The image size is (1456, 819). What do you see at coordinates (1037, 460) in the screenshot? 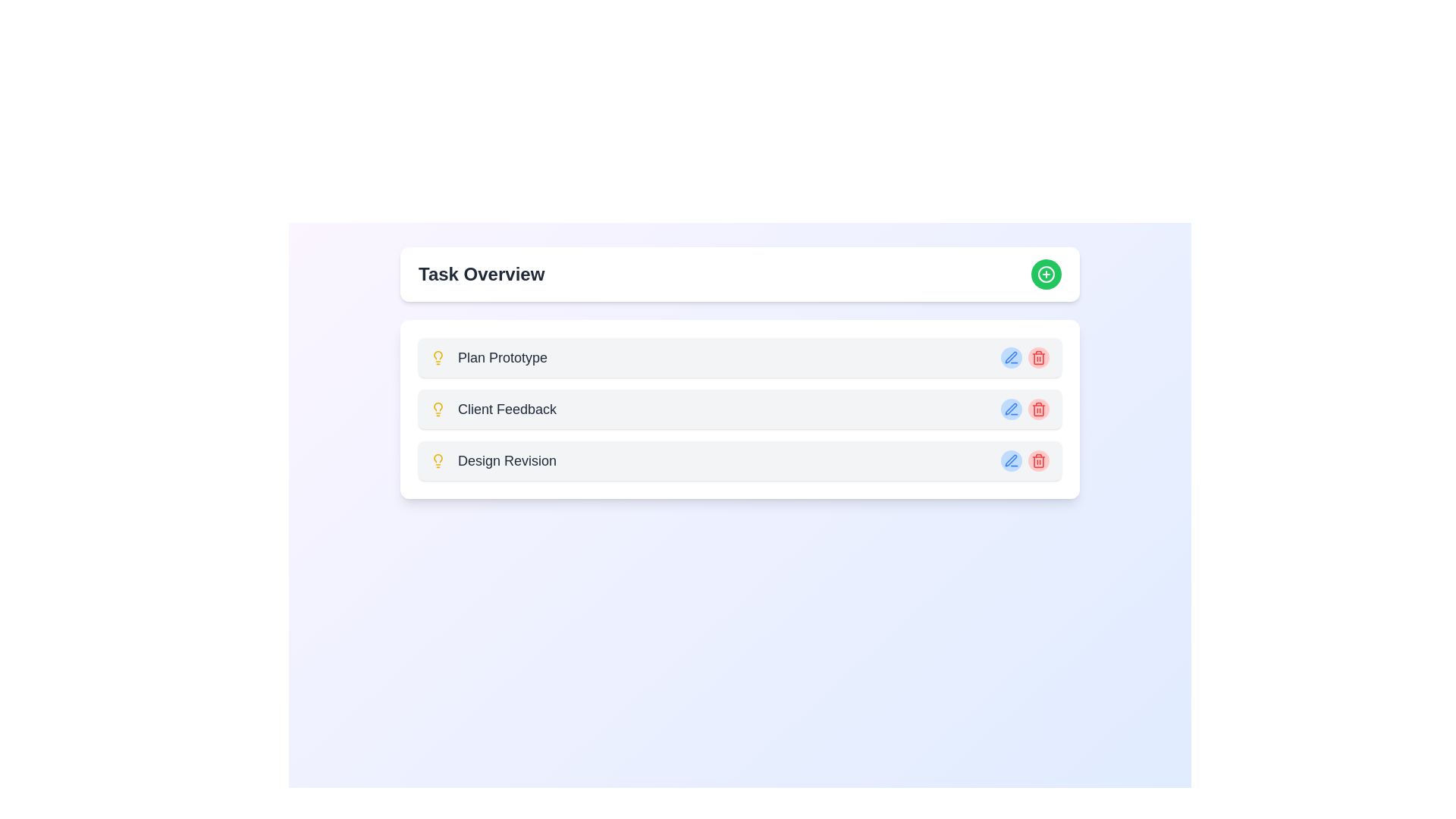
I see `the red circular button with a trash icon located in the lower right corner of the 'Design Revision' card` at bounding box center [1037, 460].